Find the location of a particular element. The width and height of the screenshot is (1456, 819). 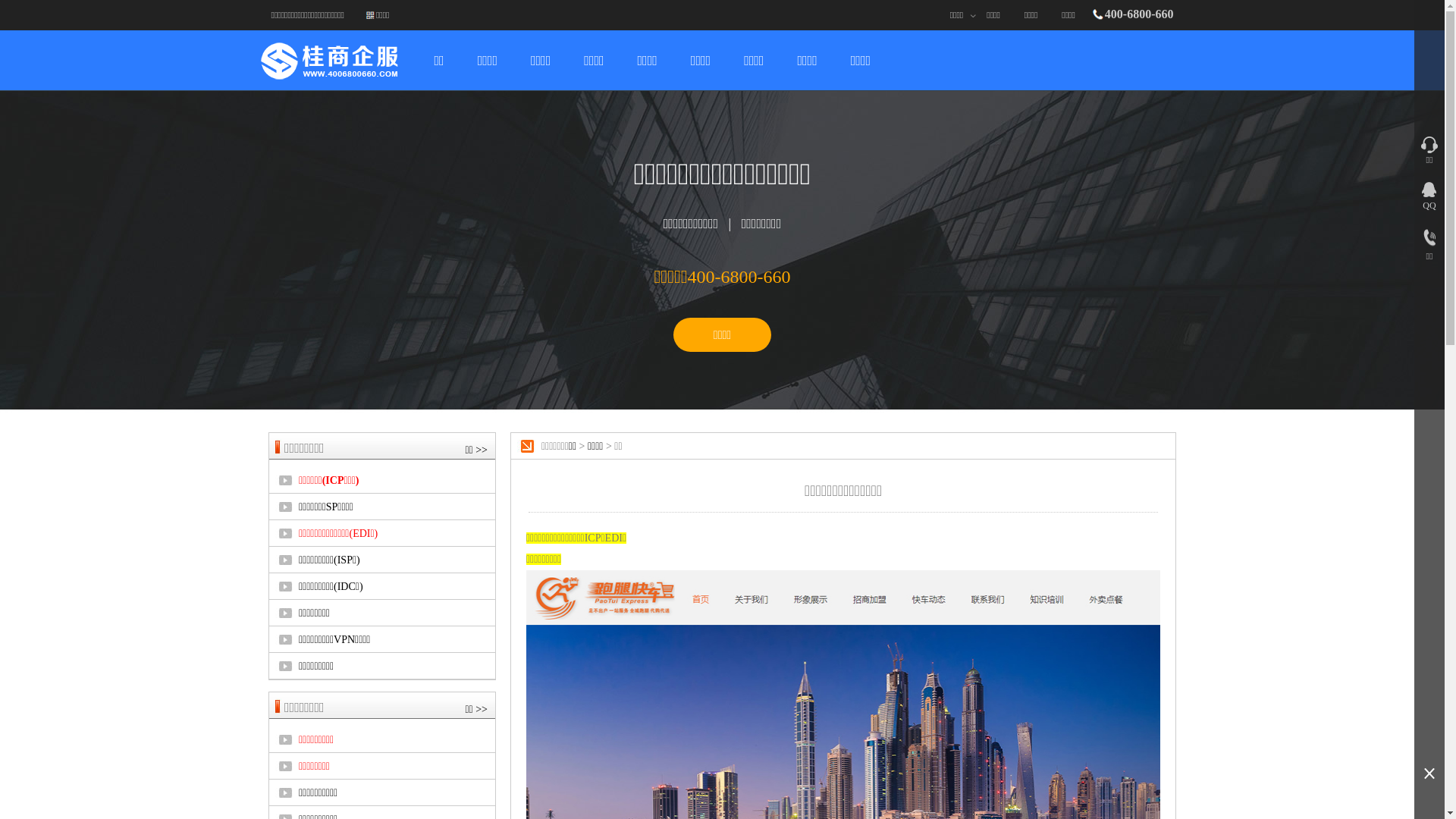

'QQ' is located at coordinates (1429, 193).